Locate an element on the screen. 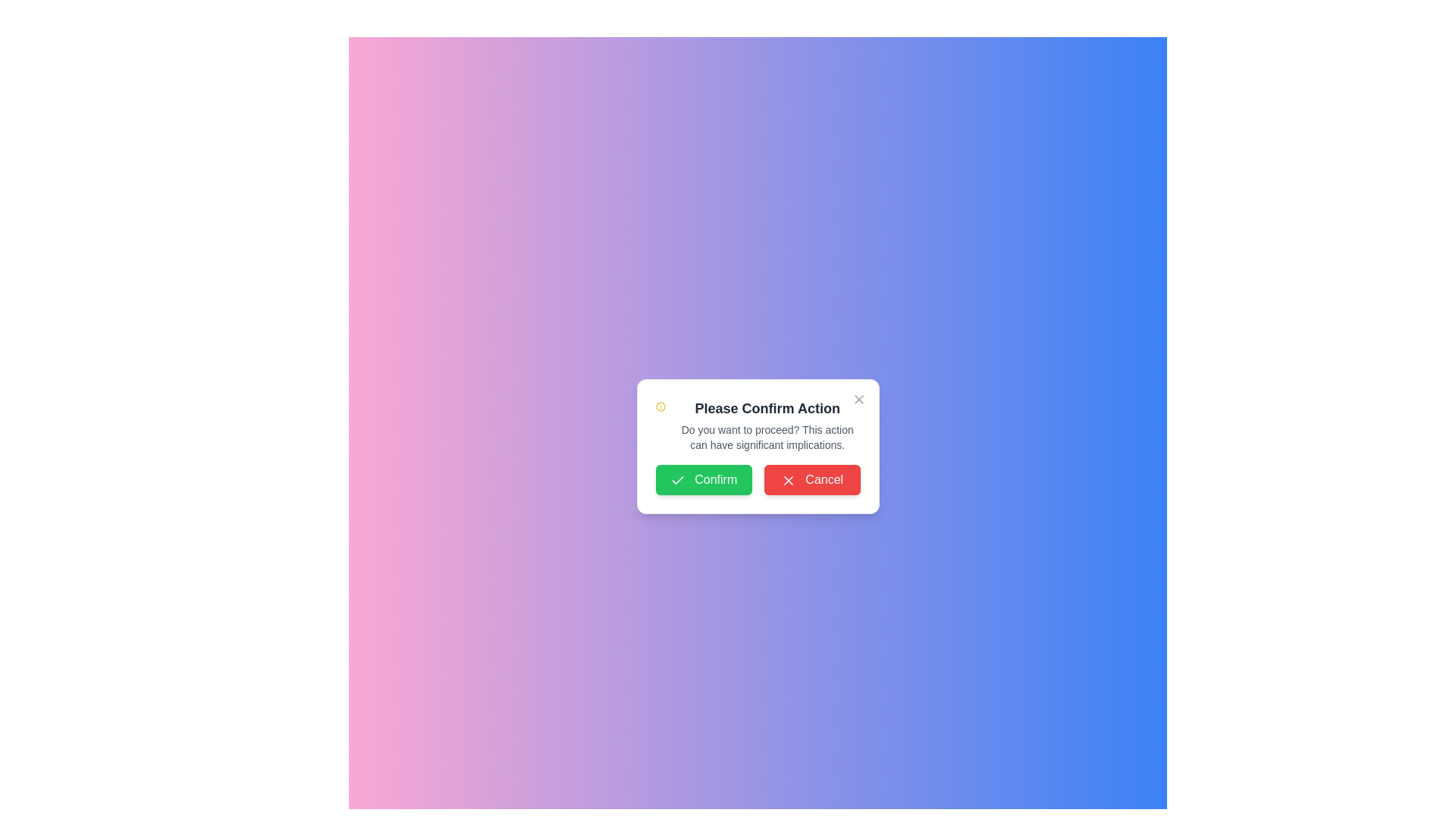  the text block displaying the message 'Do you want to proceed? This action can have significant implications.' positioned below the heading 'Please Confirm Action' in the modal dialog box is located at coordinates (767, 438).